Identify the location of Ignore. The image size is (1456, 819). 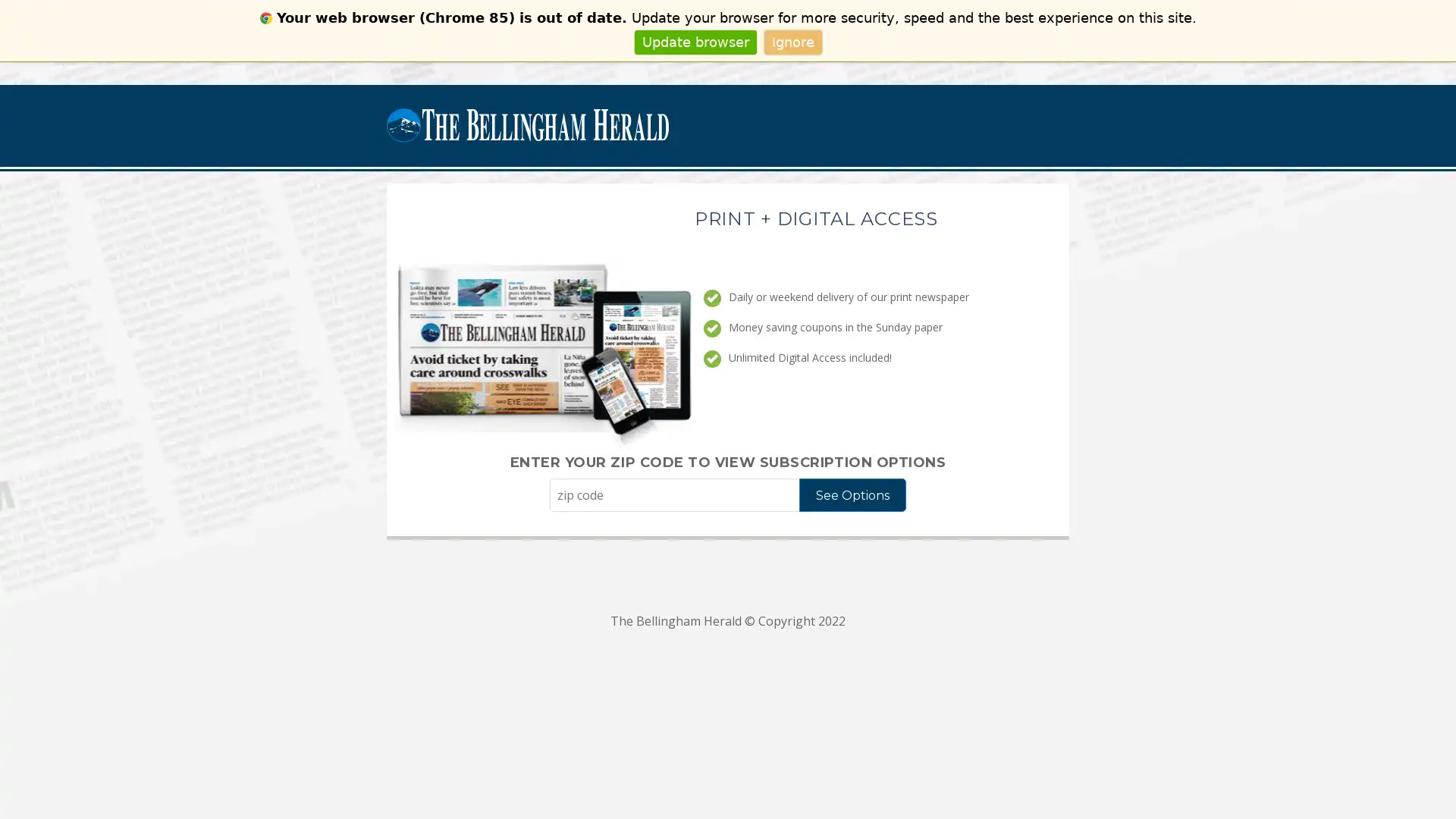
(792, 41).